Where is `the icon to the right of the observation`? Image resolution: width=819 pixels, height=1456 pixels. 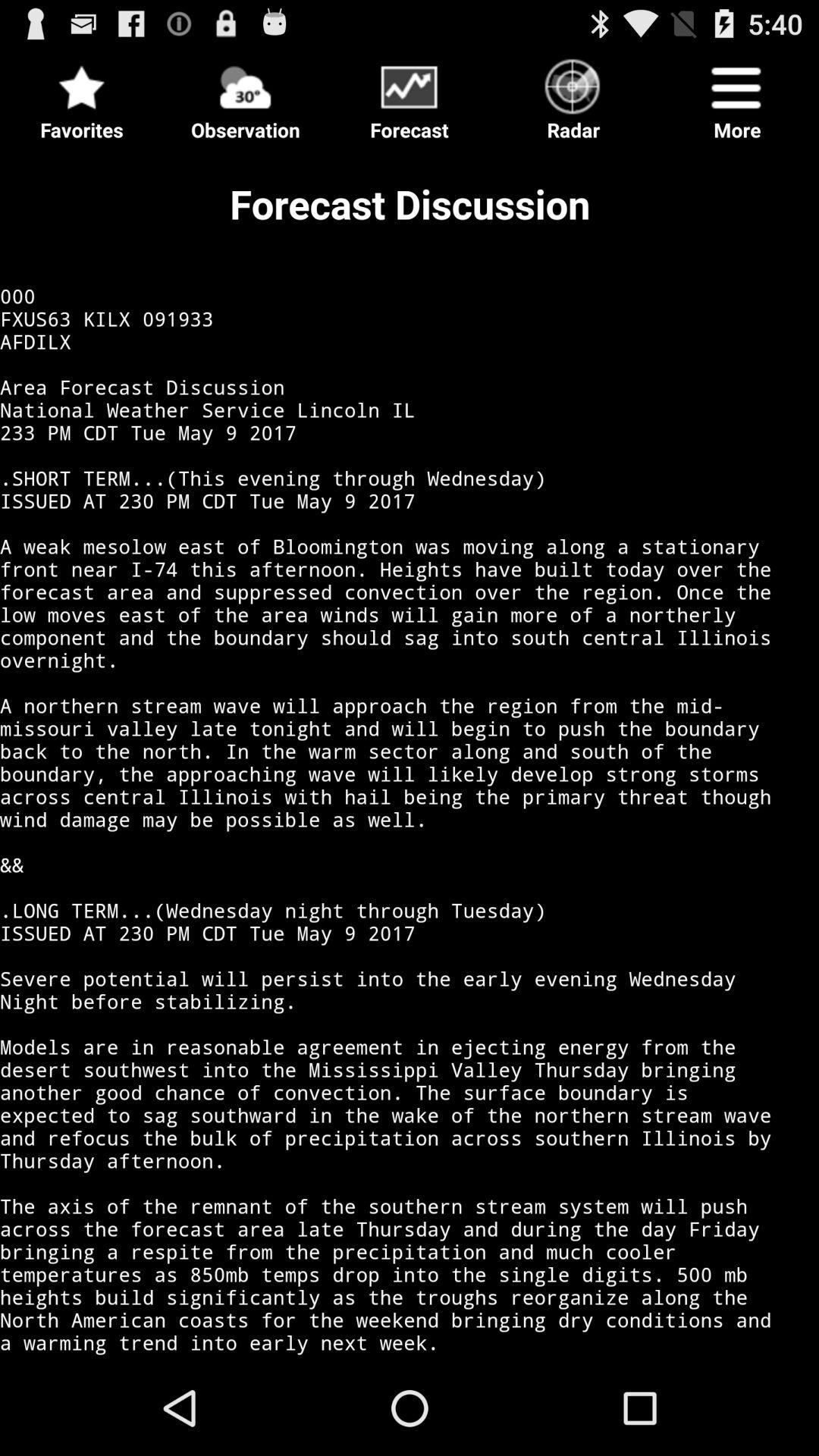 the icon to the right of the observation is located at coordinates (409, 94).